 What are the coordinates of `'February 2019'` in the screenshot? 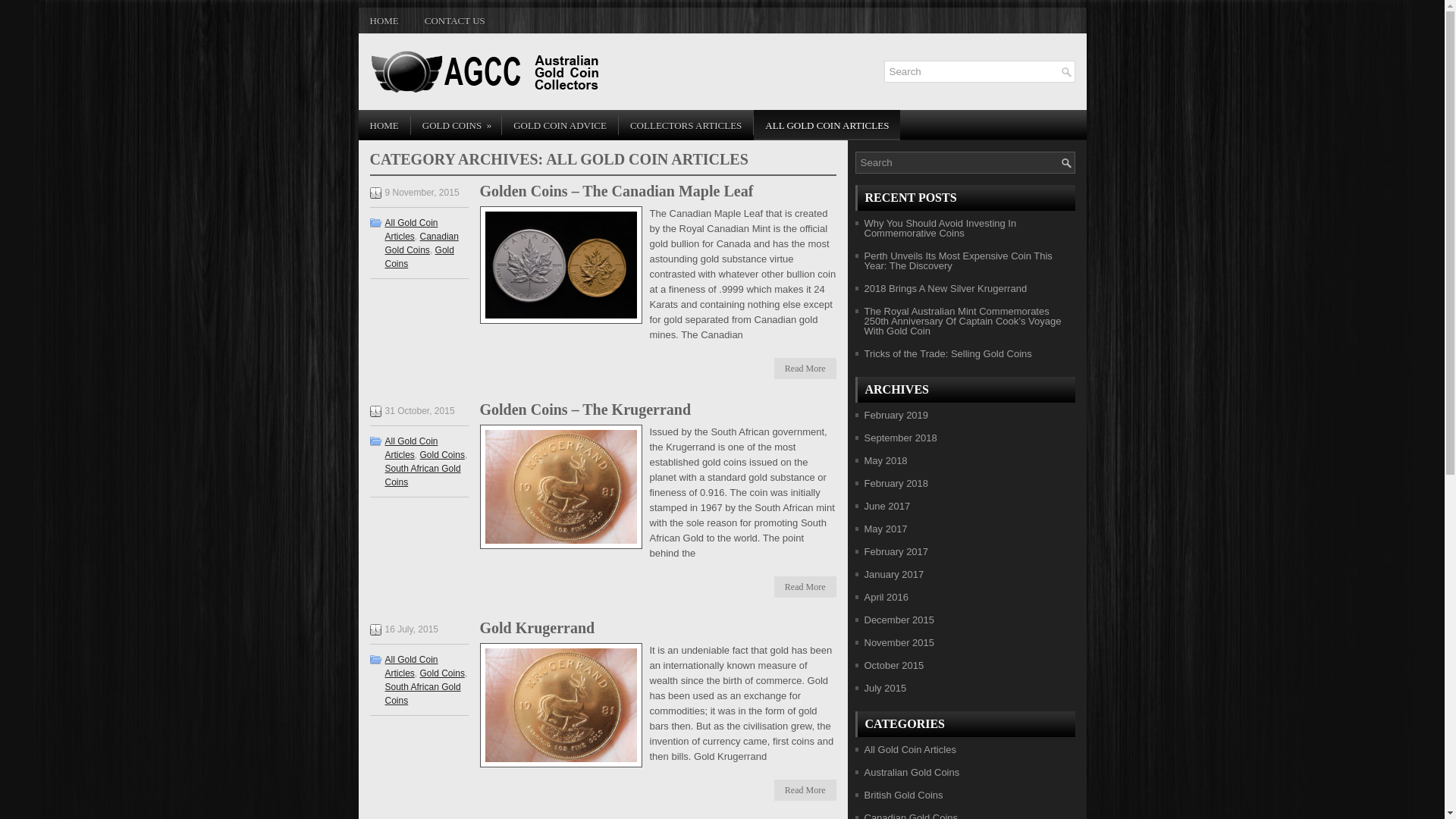 It's located at (896, 415).